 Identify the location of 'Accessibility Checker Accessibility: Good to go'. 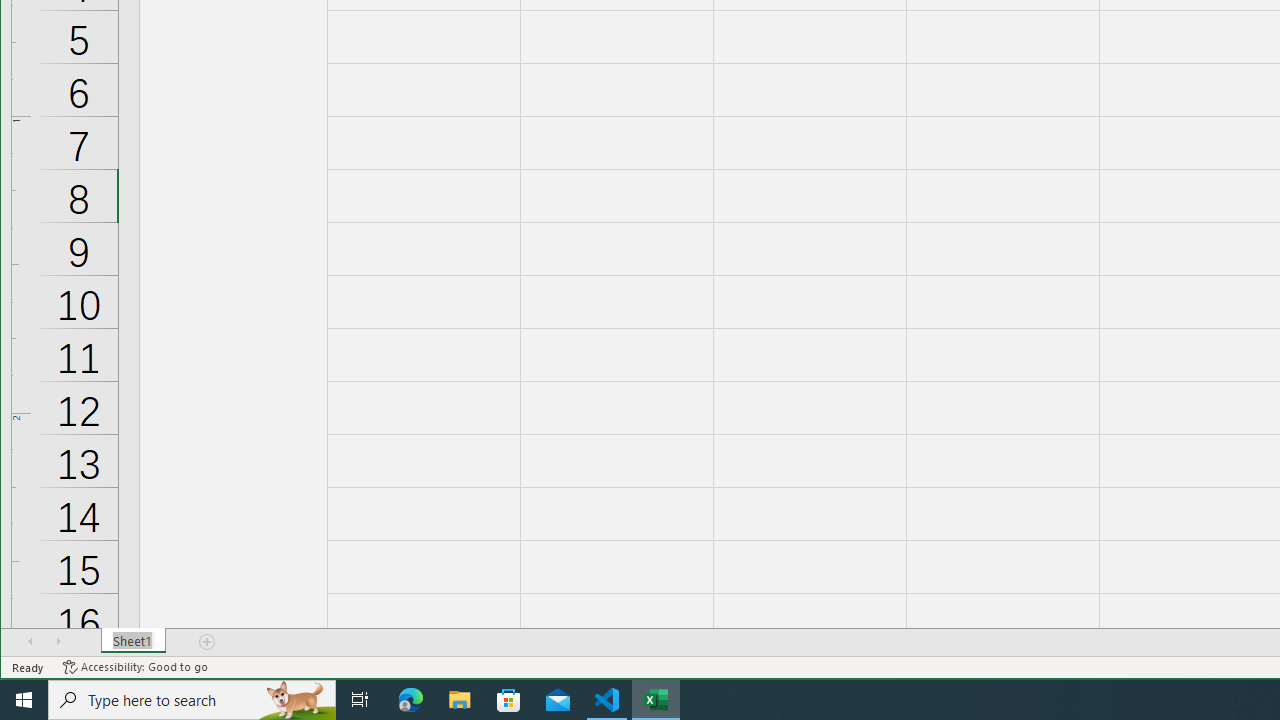
(134, 667).